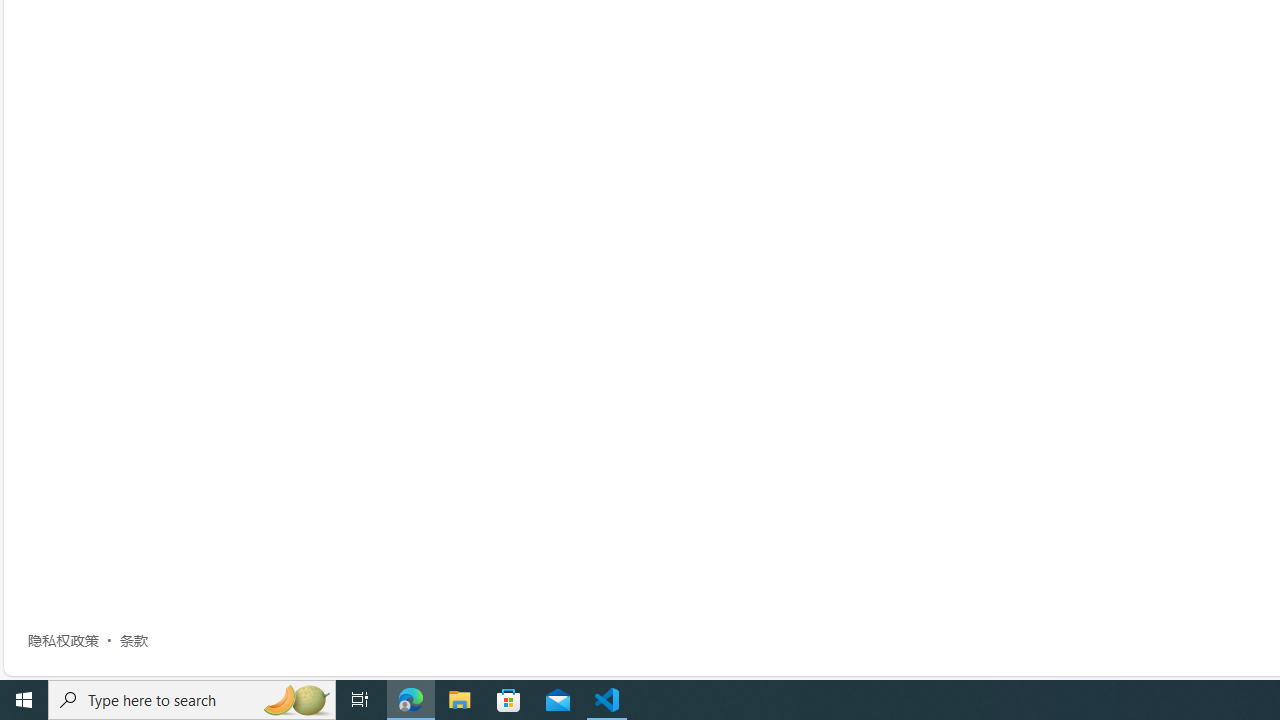 This screenshot has width=1280, height=720. I want to click on 'Start', so click(24, 698).